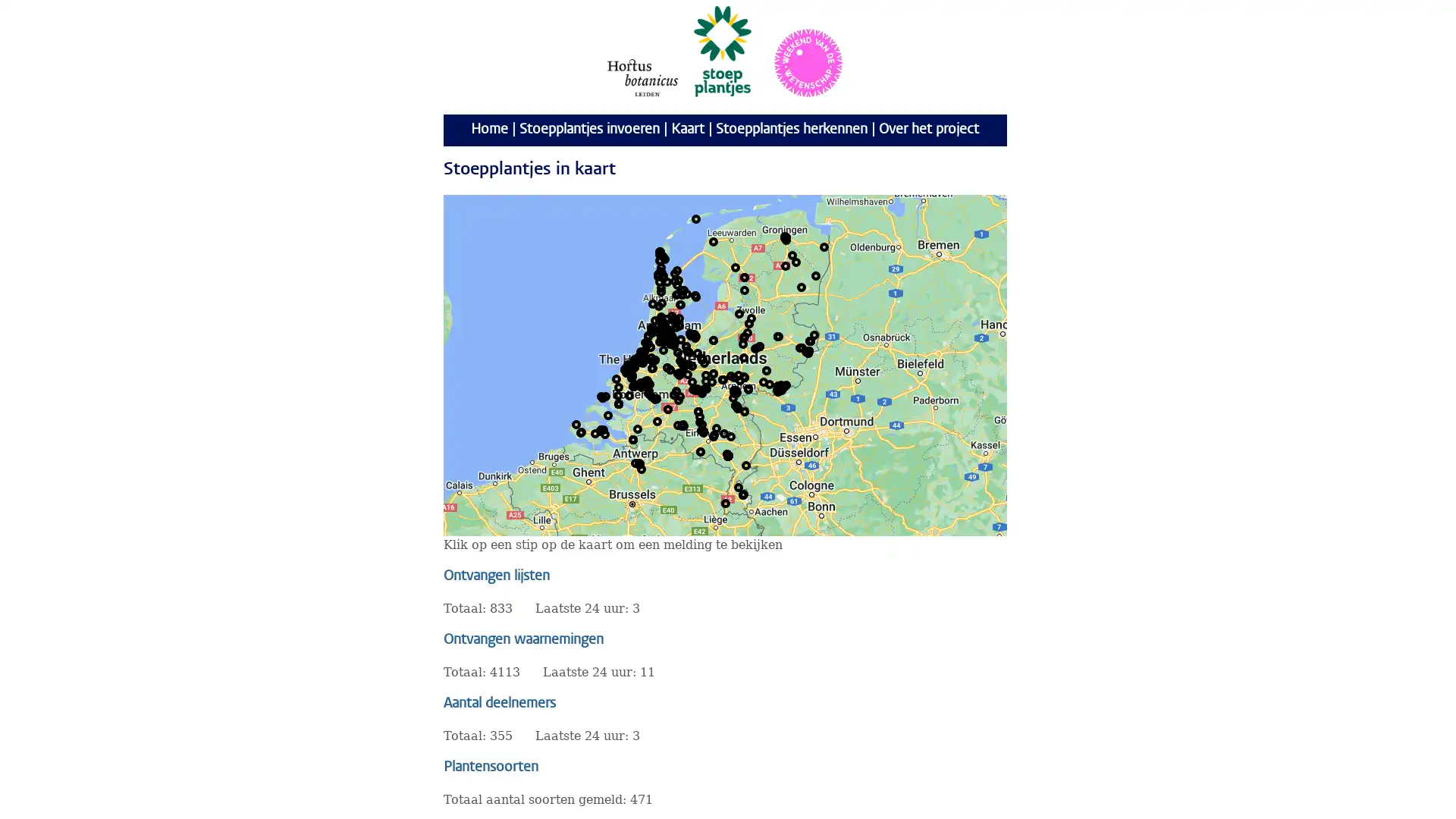 The width and height of the screenshot is (1456, 819). What do you see at coordinates (686, 345) in the screenshot?
I see `Telling van Jaap Cost Budde op 29 december 2021` at bounding box center [686, 345].